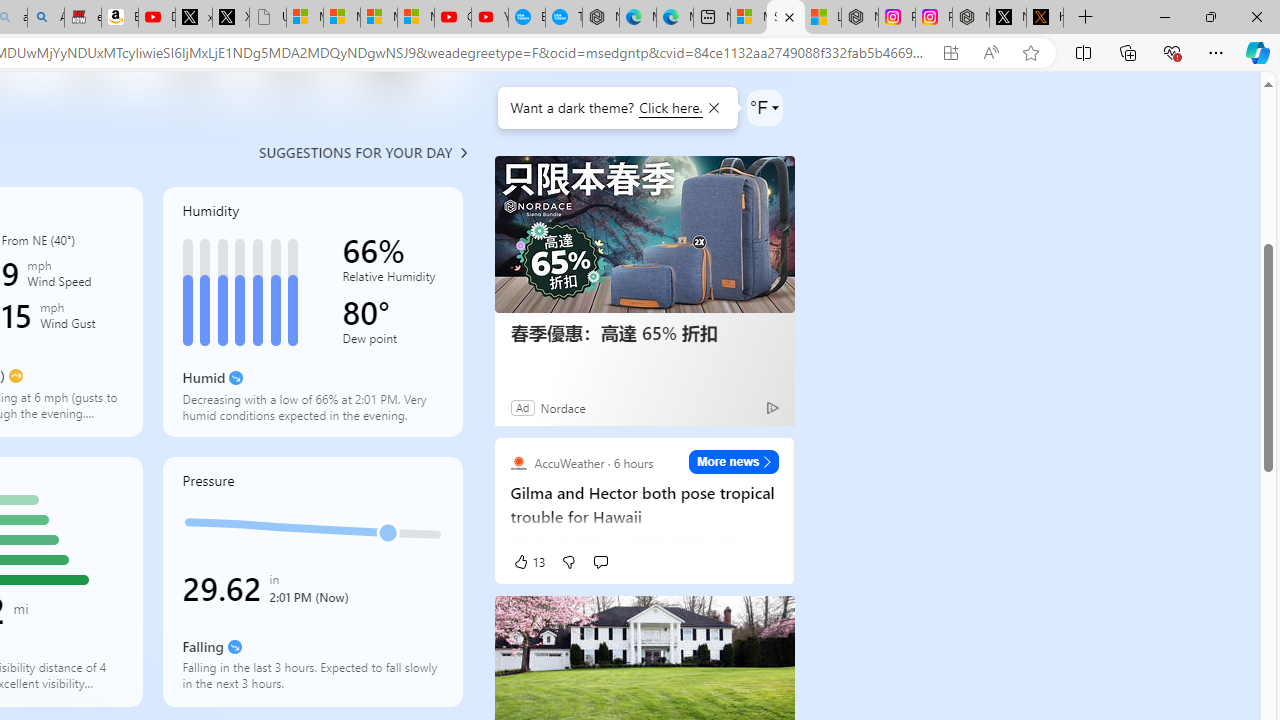  Describe the element at coordinates (599, 17) in the screenshot. I see `'Nordace - Nordace has arrived Hong Kong'` at that location.